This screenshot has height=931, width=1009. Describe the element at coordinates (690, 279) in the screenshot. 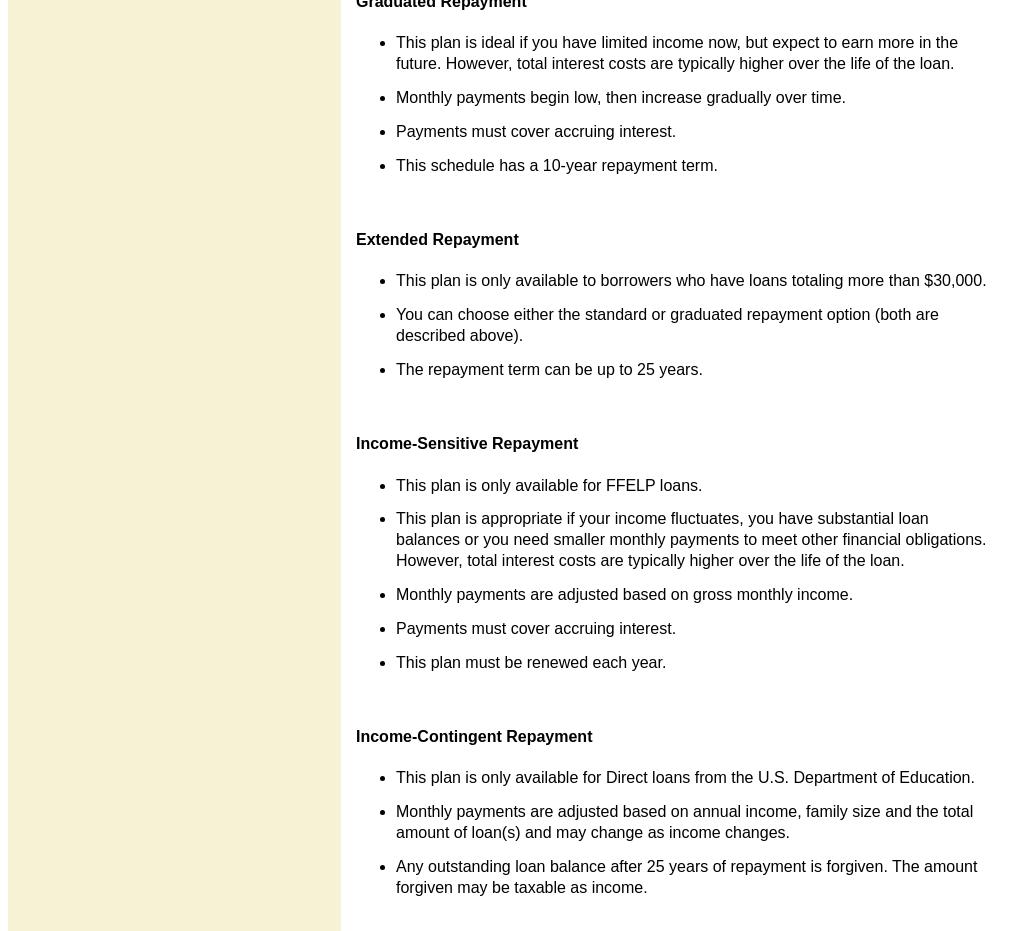

I see `'This plan is only available to borrowers who have loans totaling more than $30,000.'` at that location.